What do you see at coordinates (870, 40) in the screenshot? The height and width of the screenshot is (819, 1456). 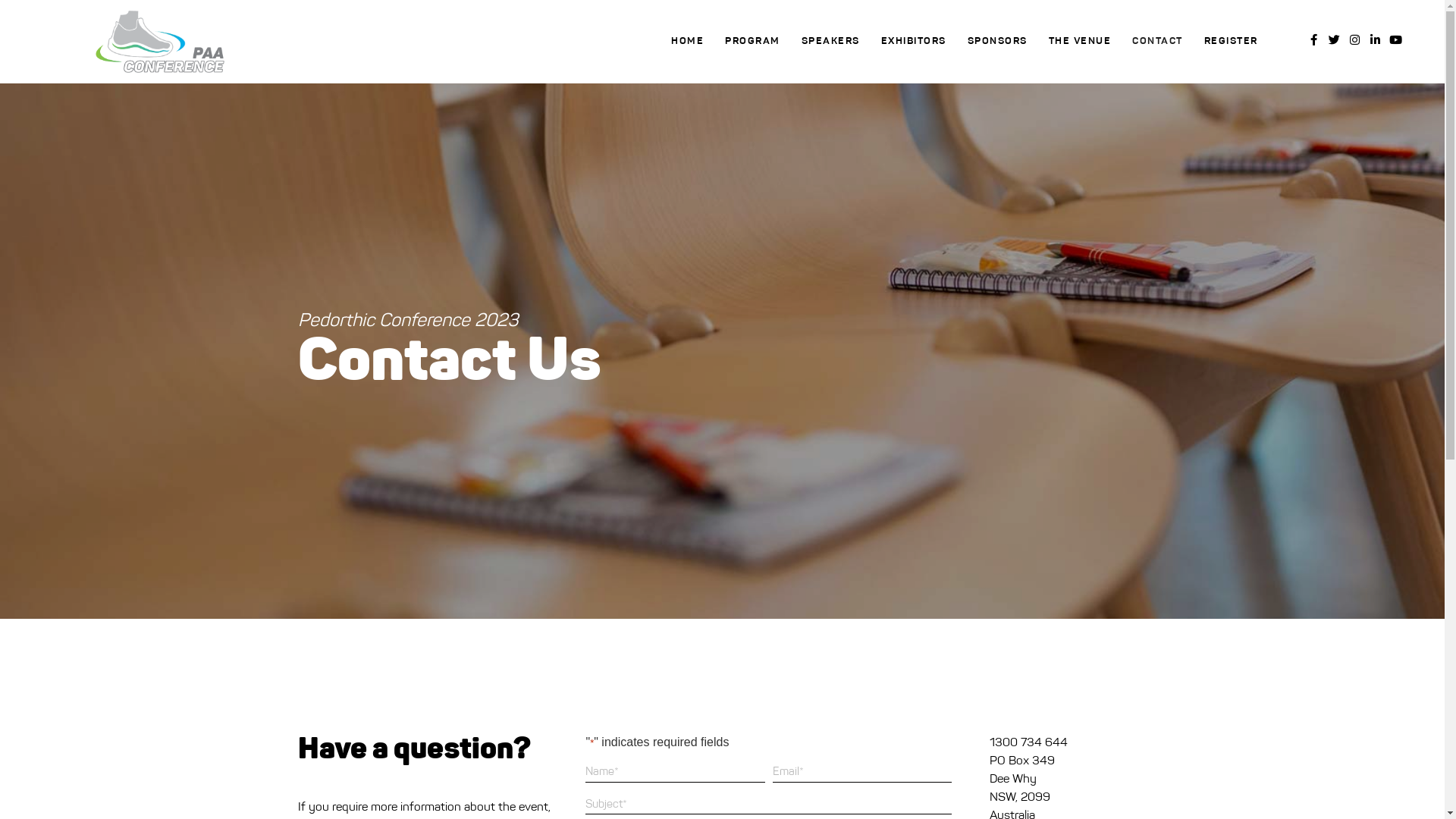 I see `'EXHIBITORS'` at bounding box center [870, 40].